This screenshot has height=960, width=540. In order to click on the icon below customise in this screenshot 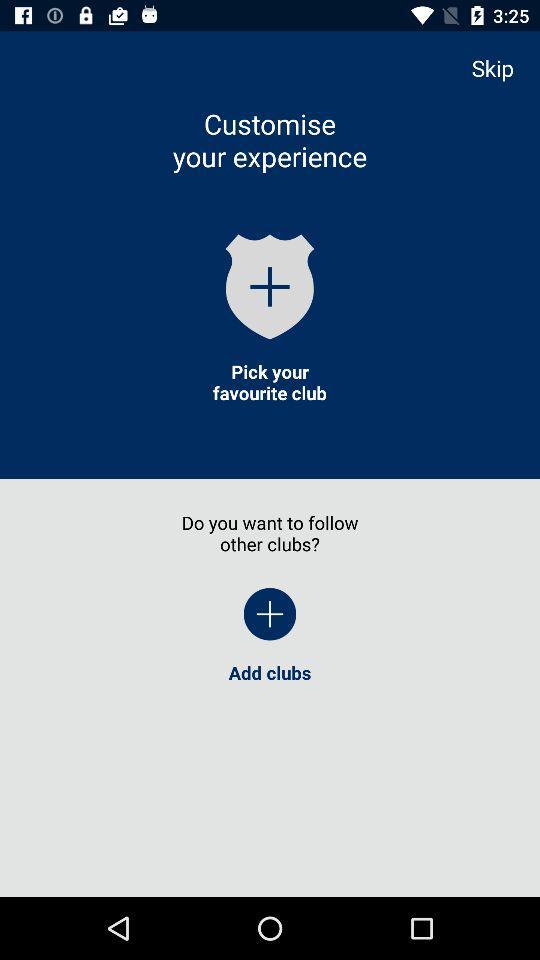, I will do `click(270, 285)`.